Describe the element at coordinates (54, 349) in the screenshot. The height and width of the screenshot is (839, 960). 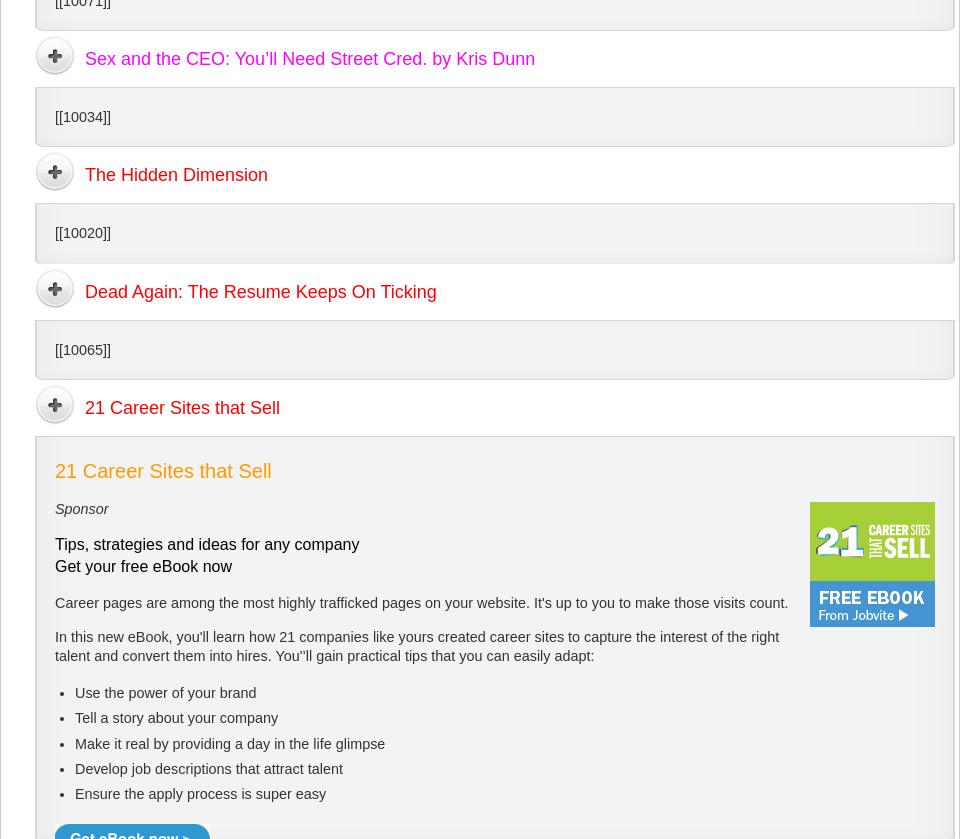
I see `'[[10065]]'` at that location.